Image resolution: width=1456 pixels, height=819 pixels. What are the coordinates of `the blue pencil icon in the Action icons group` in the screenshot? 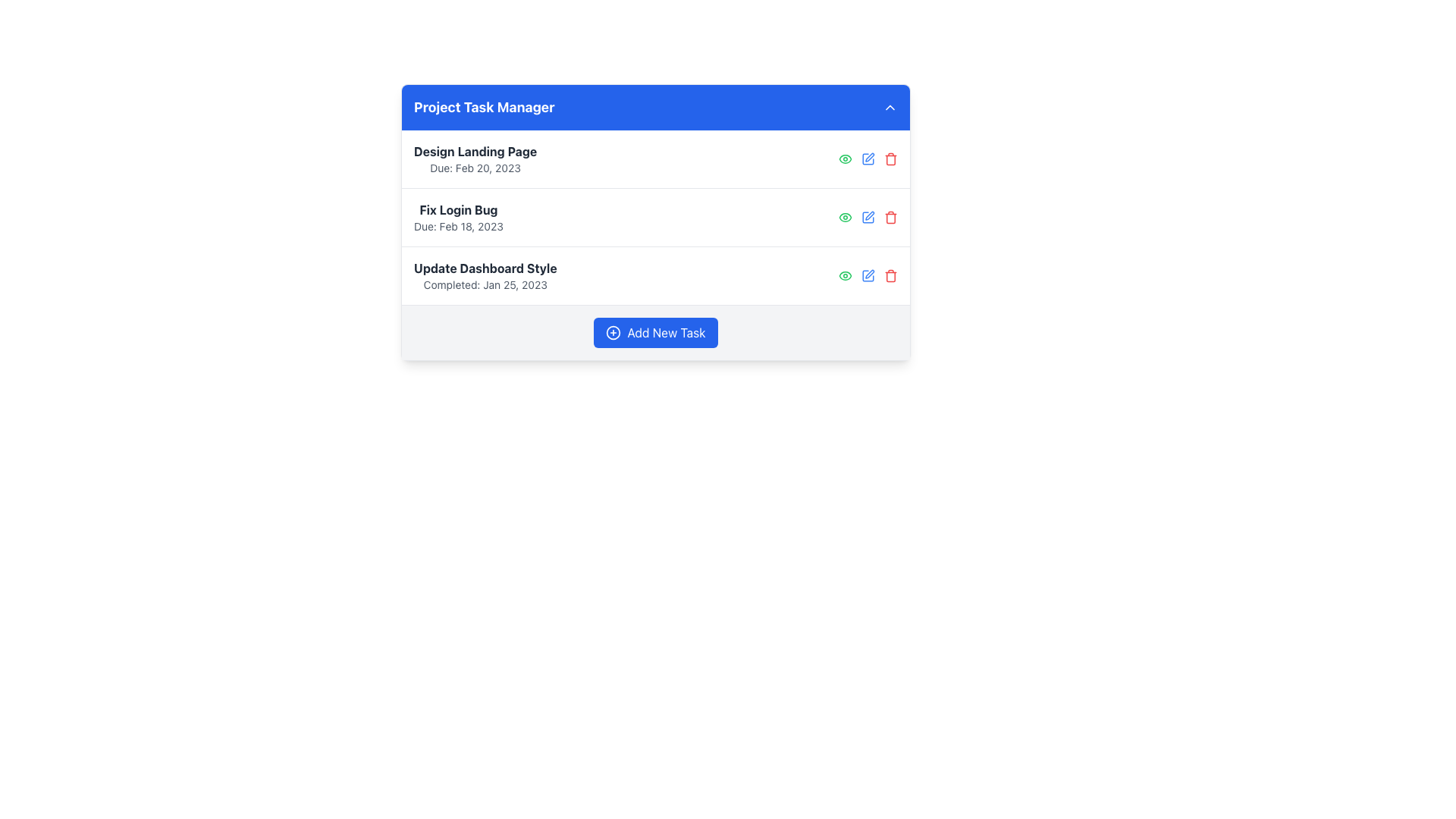 It's located at (868, 275).